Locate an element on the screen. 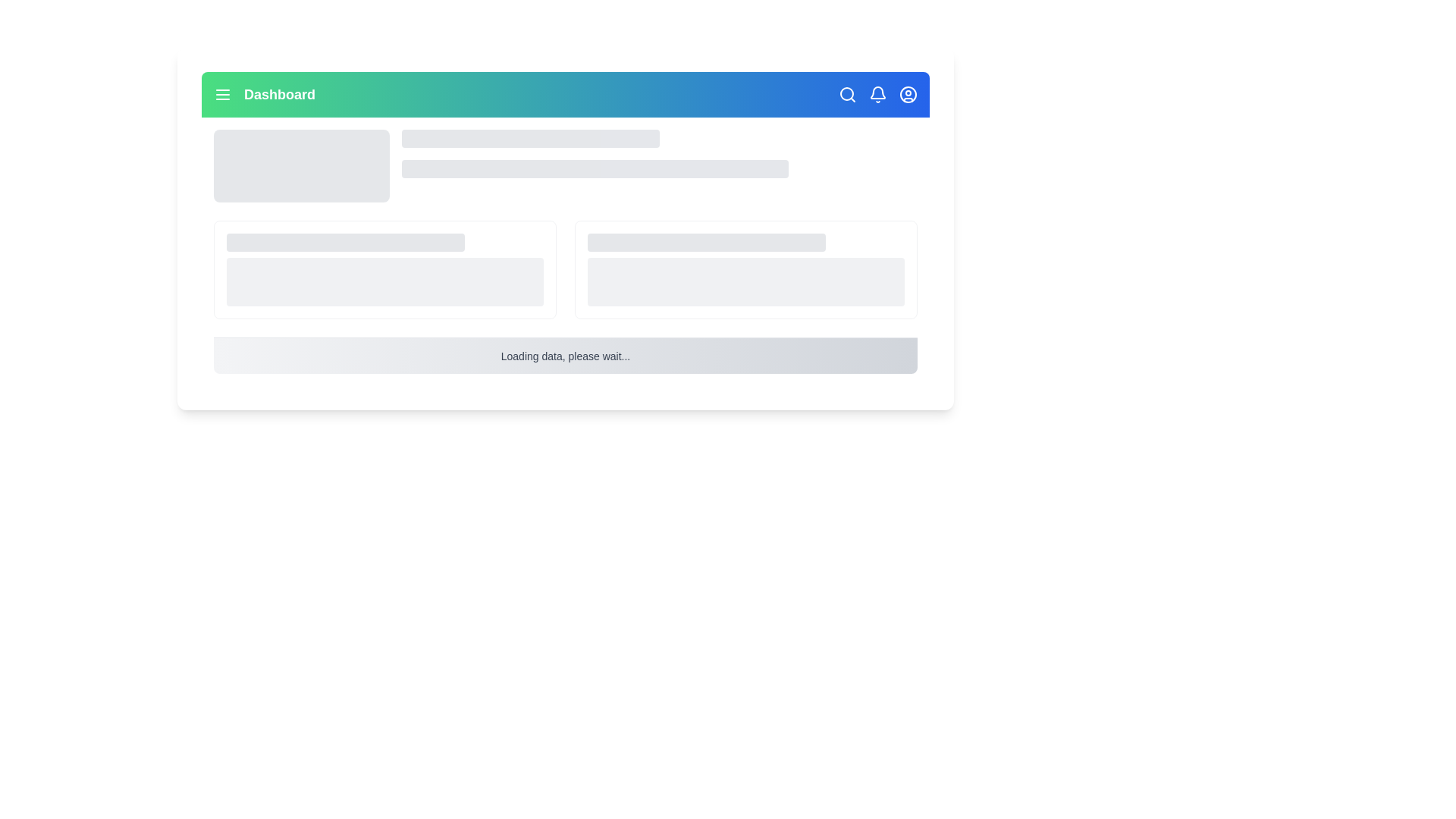 The image size is (1456, 819). the bell icon in the top navigation bar is located at coordinates (877, 93).